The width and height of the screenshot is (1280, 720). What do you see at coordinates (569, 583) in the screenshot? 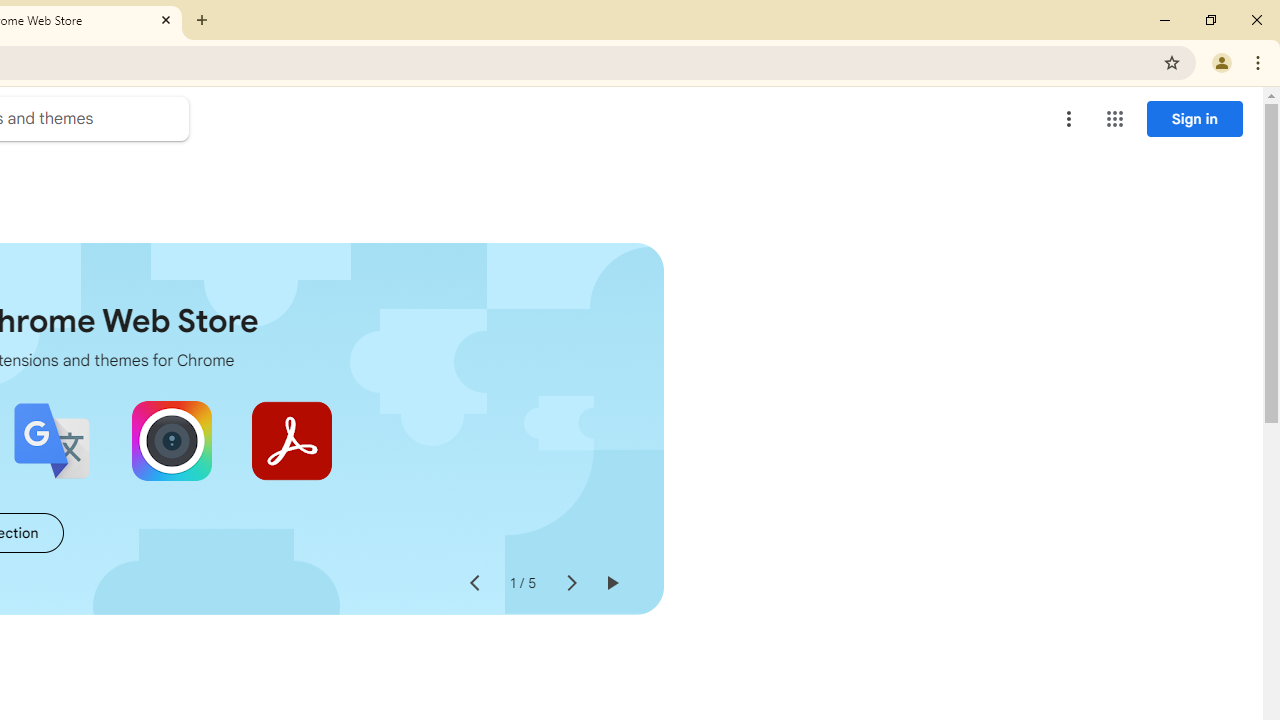
I see `'Next slide'` at bounding box center [569, 583].